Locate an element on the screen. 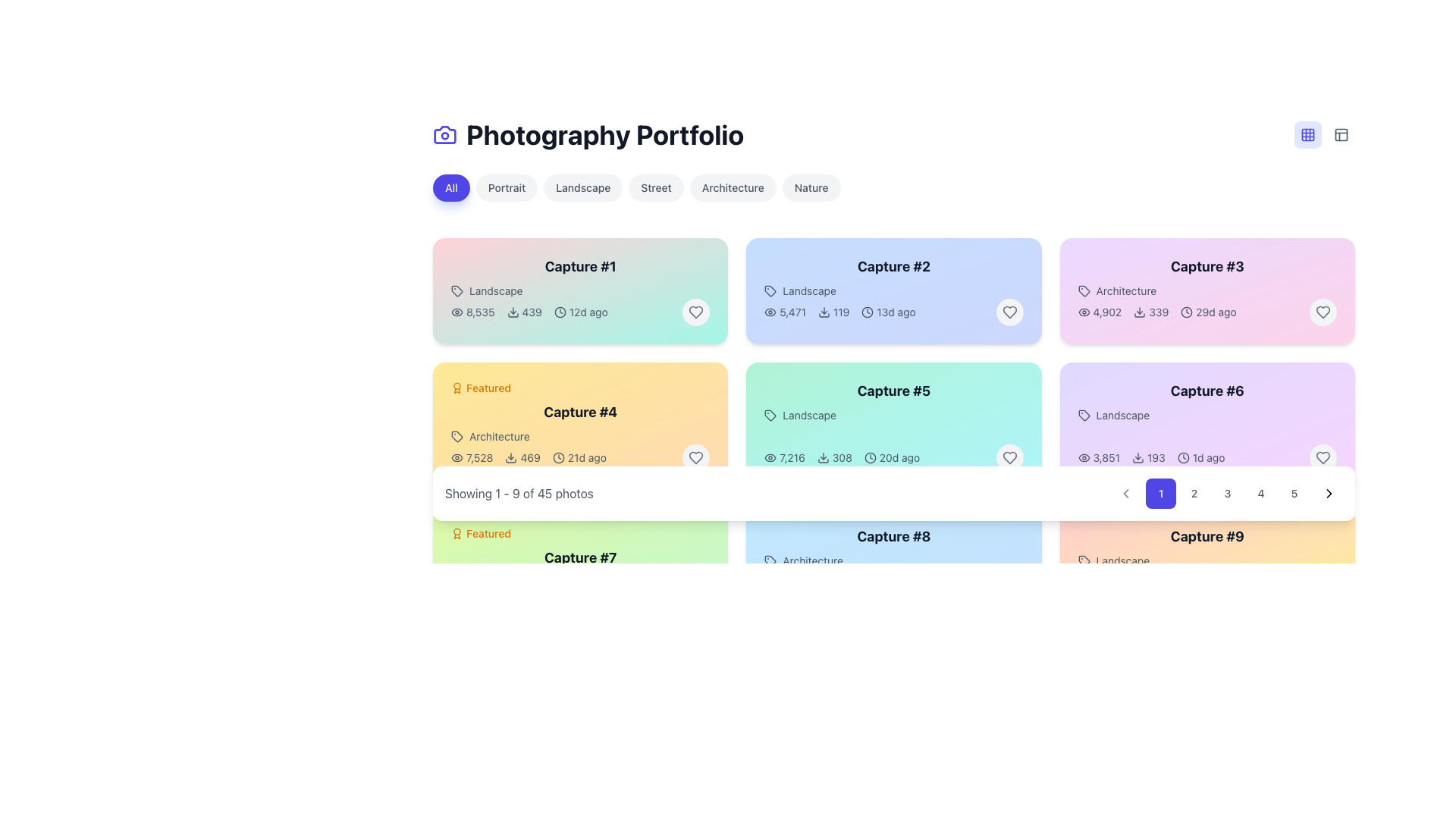 Image resolution: width=1456 pixels, height=819 pixels. the download icon in the 'Capture #2' card is located at coordinates (823, 312).